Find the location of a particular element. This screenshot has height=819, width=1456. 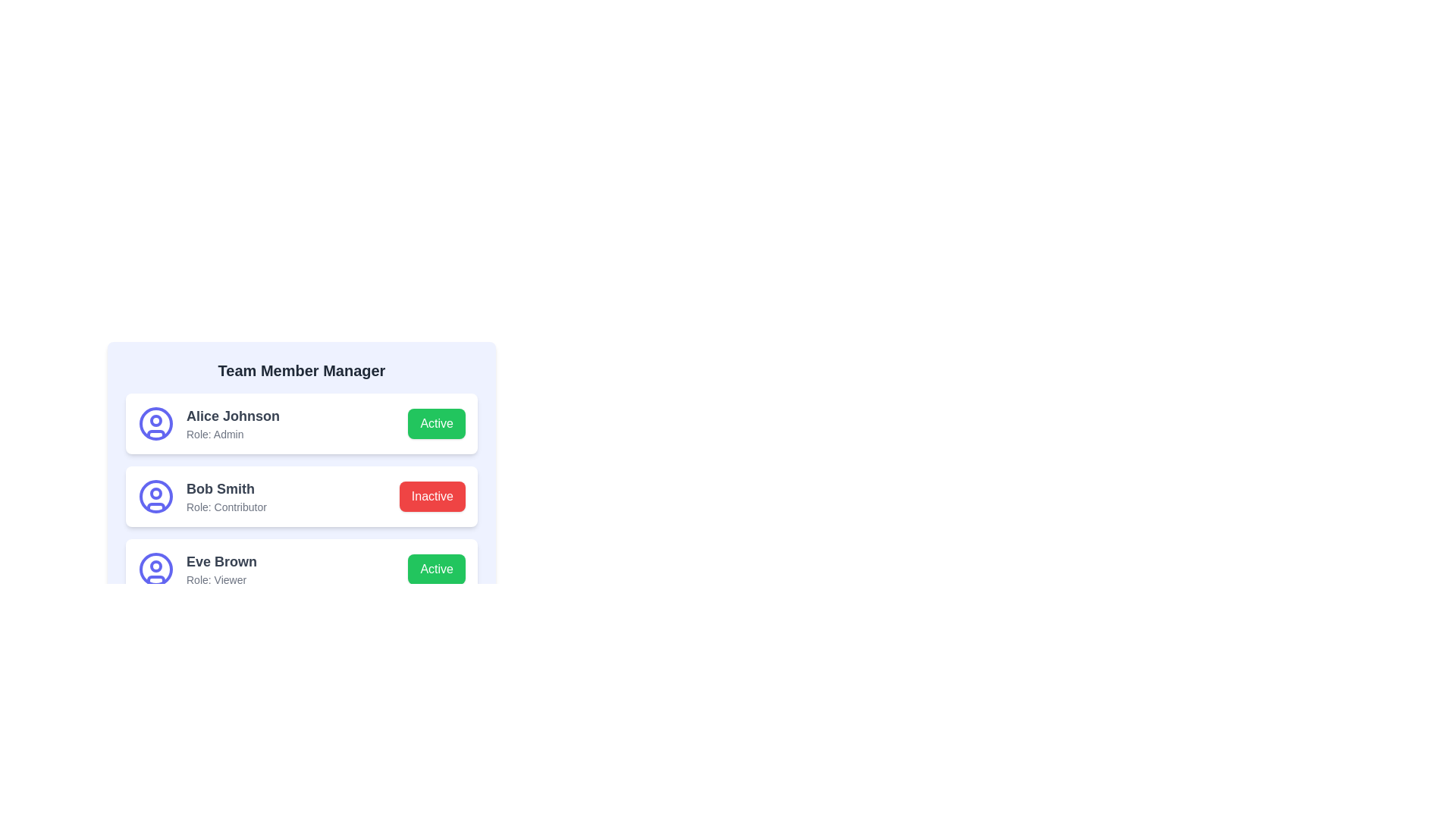

the composite UI element displaying the name 'Alice Johnson' with the role designation 'Role: Admin', located in the top entry of the user profiles list is located at coordinates (232, 424).